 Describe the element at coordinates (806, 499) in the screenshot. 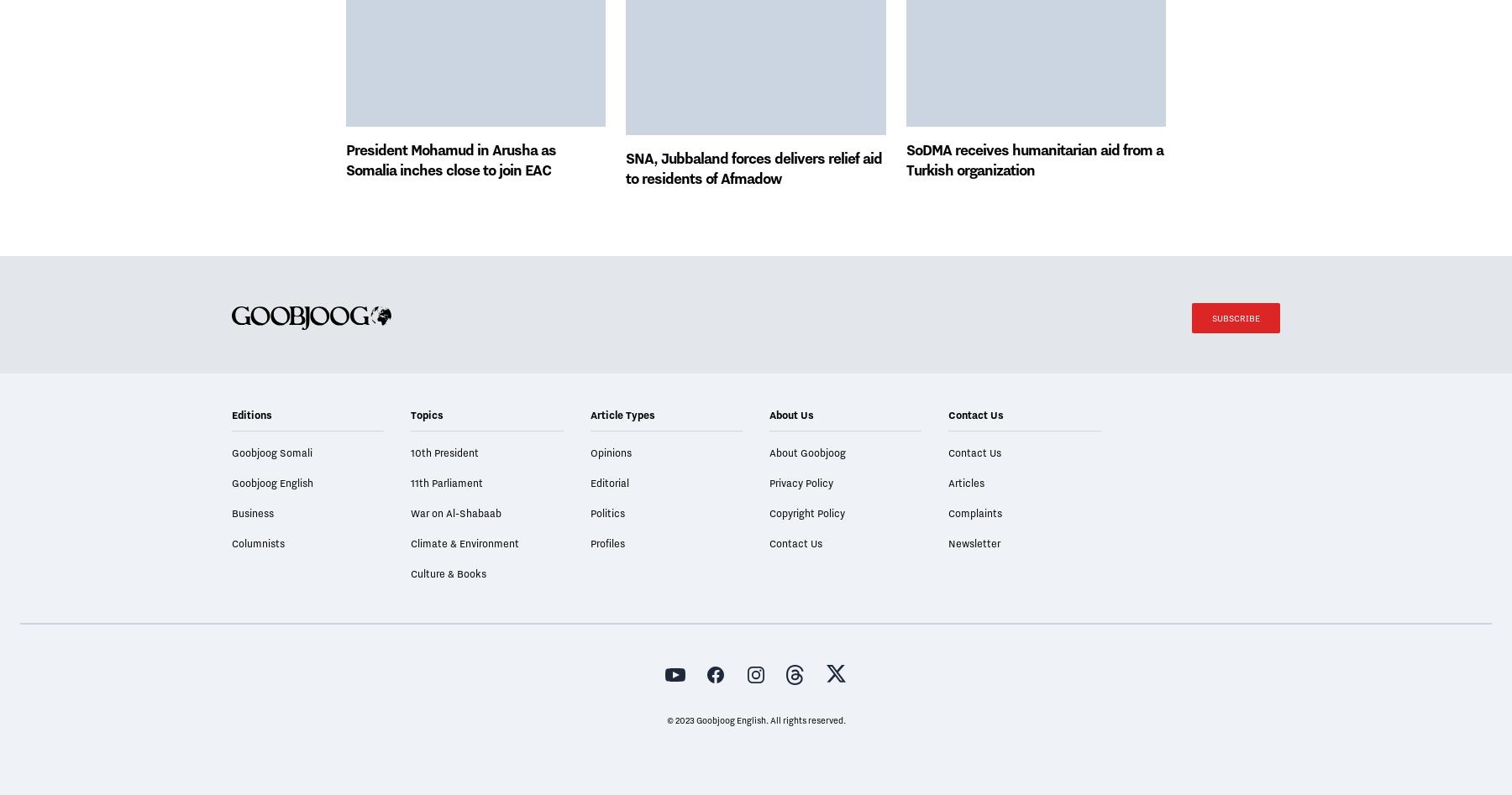

I see `'About Goobjoog'` at that location.